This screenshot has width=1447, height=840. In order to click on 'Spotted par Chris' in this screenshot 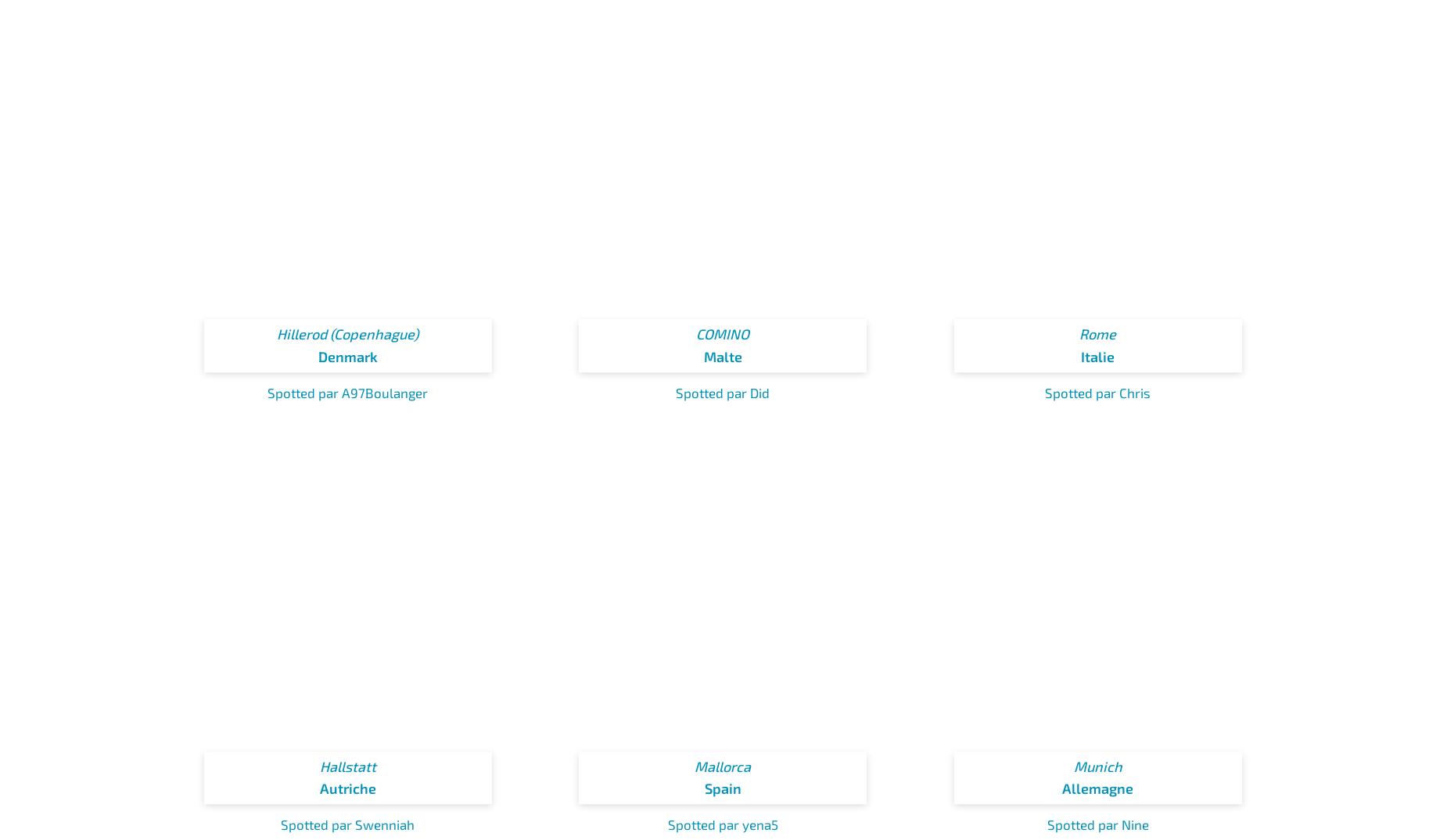, I will do `click(1097, 392)`.